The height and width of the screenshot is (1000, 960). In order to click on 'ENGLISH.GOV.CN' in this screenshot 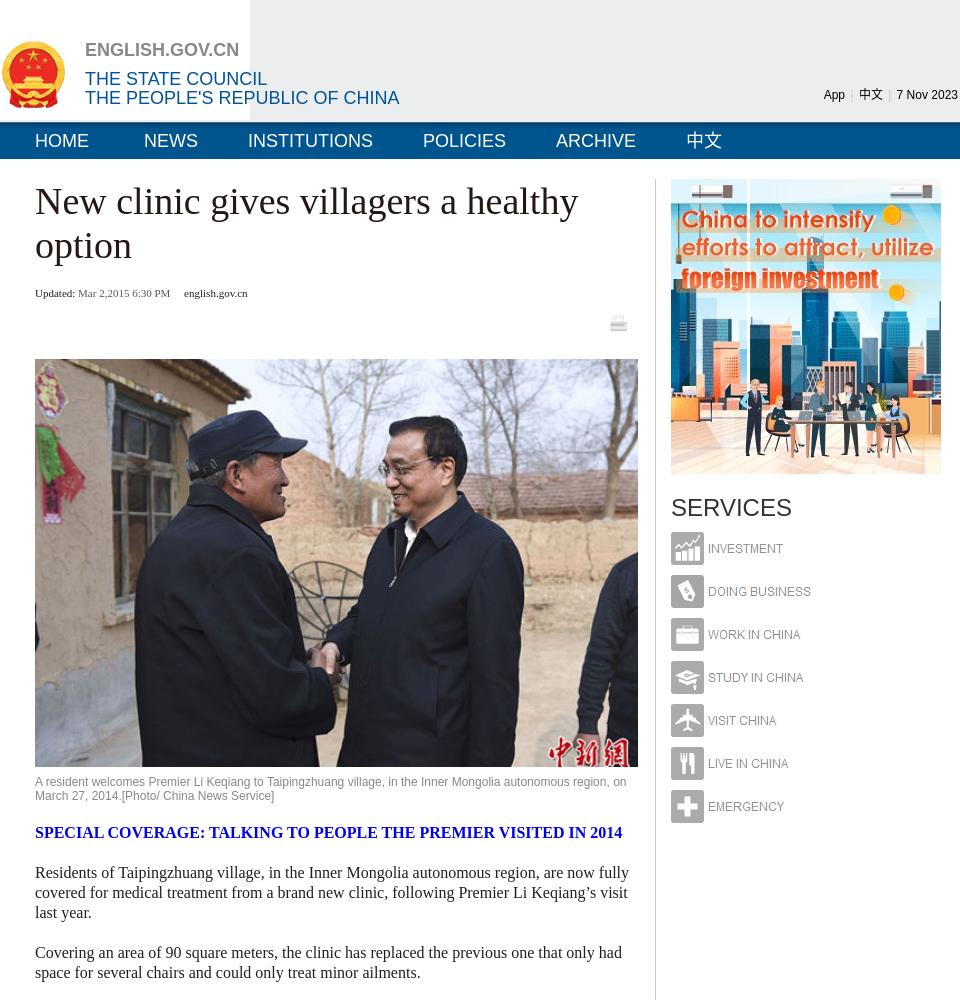, I will do `click(161, 50)`.